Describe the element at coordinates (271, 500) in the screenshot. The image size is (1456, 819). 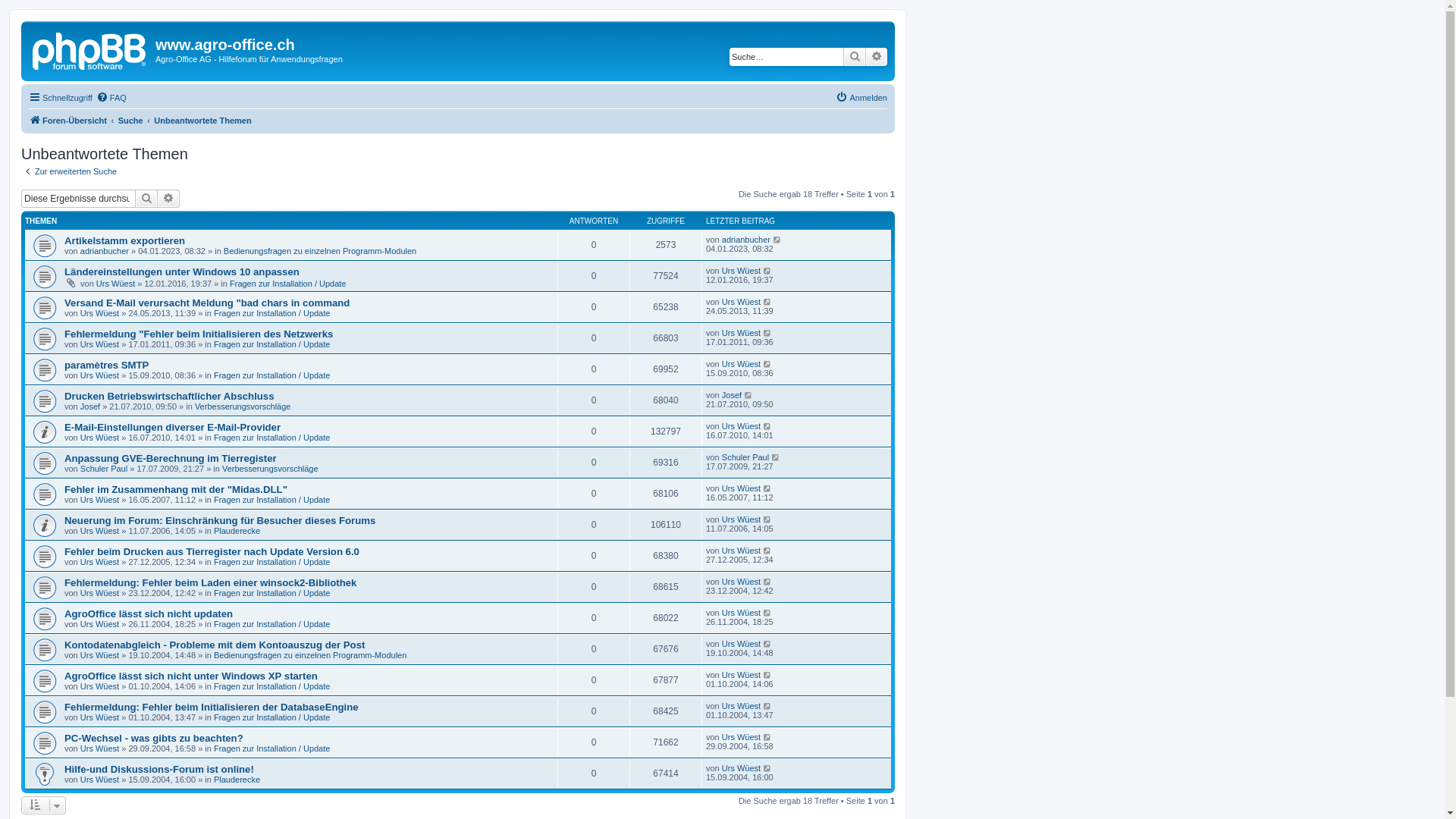
I see `'Fragen zur Installation / Update'` at that location.